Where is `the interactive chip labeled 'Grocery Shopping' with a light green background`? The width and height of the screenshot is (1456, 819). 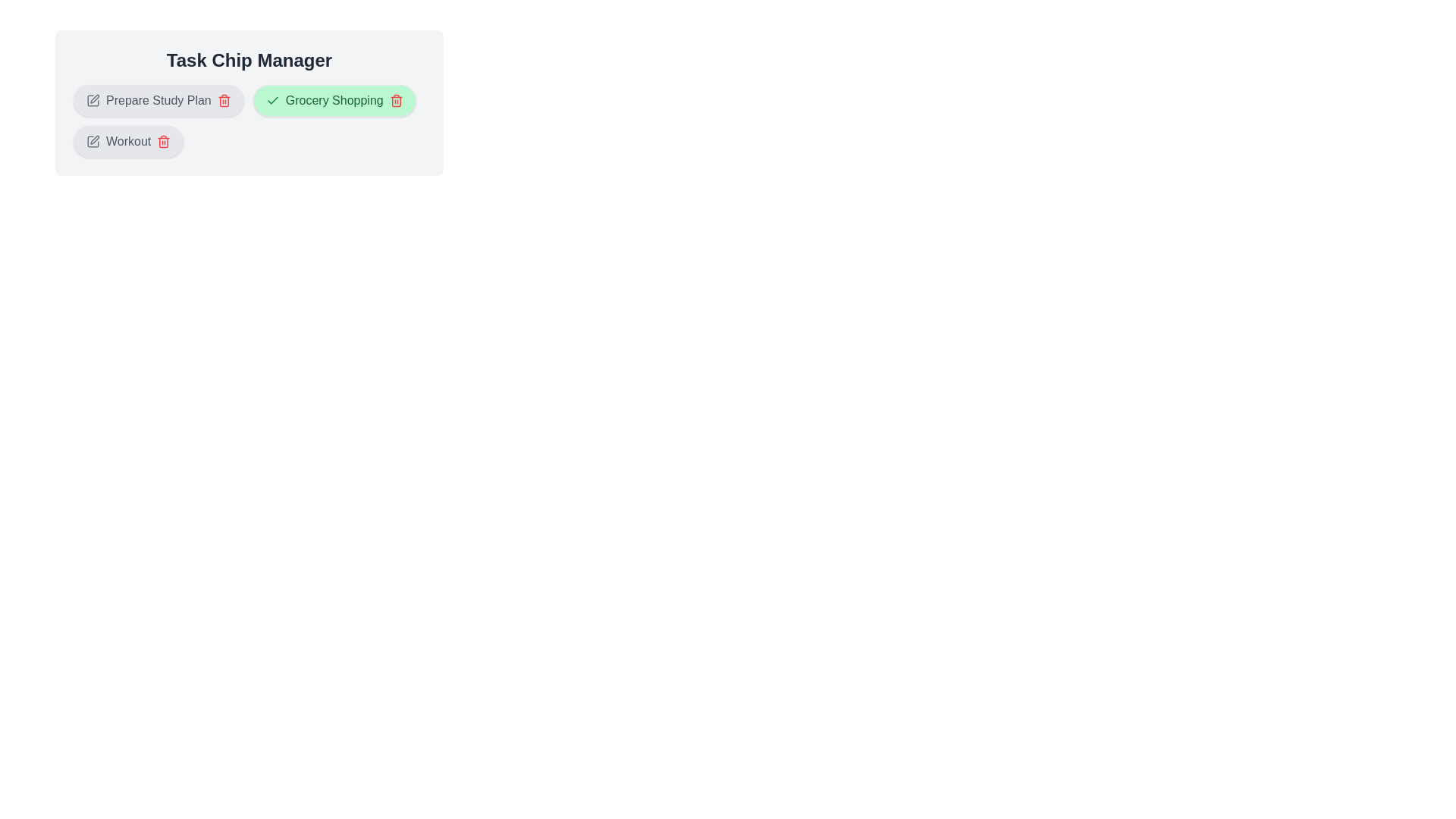
the interactive chip labeled 'Grocery Shopping' with a light green background is located at coordinates (334, 100).